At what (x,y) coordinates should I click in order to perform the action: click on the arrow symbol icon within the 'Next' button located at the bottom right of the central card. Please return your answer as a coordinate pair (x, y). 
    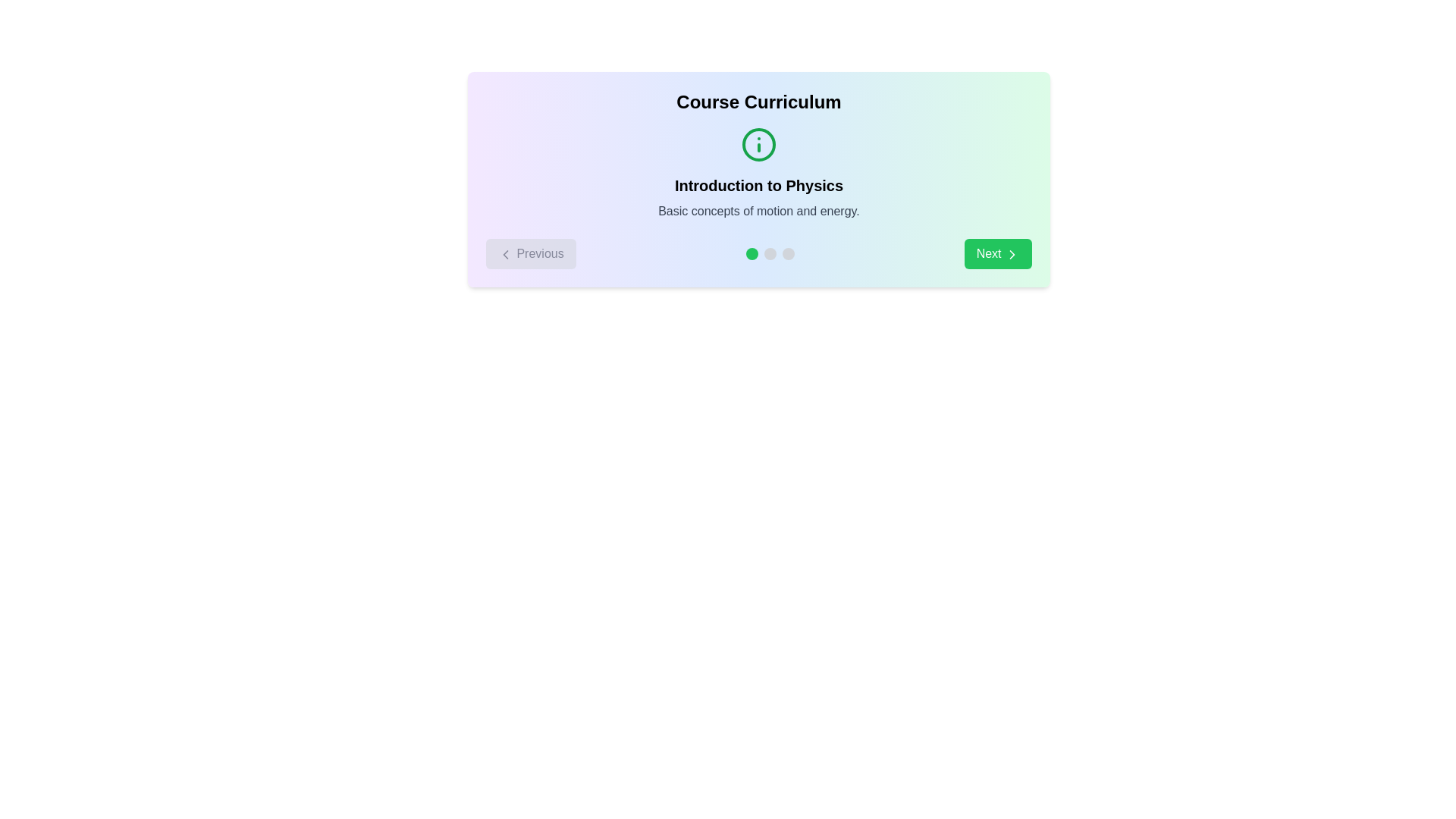
    Looking at the image, I should click on (1012, 253).